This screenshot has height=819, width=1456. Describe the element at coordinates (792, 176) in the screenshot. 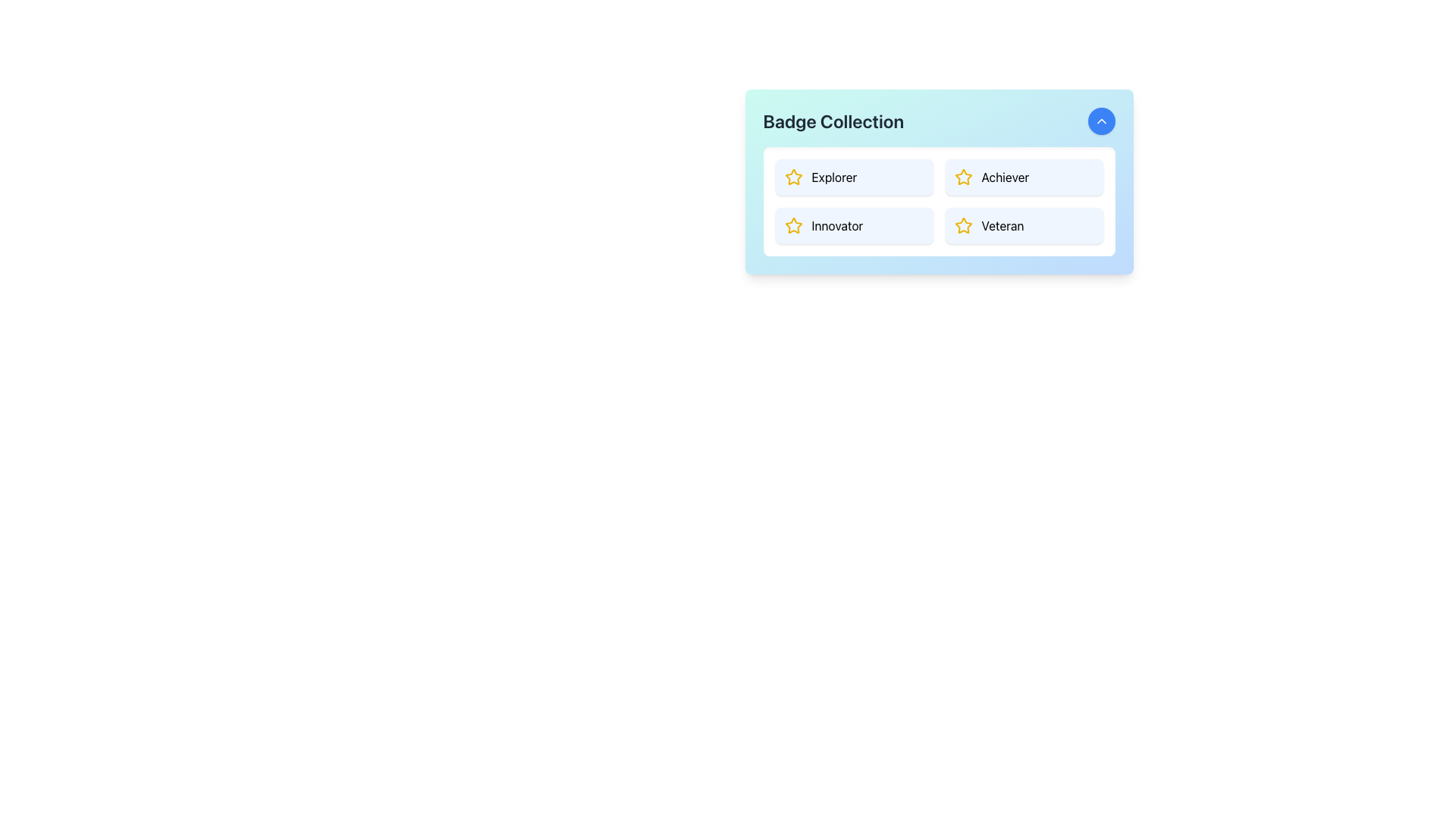

I see `the yellow star icon located in the top-left corner of the 2x2 grid layout under the 'Badge Collection' header, near the label reading 'Explorer'` at that location.